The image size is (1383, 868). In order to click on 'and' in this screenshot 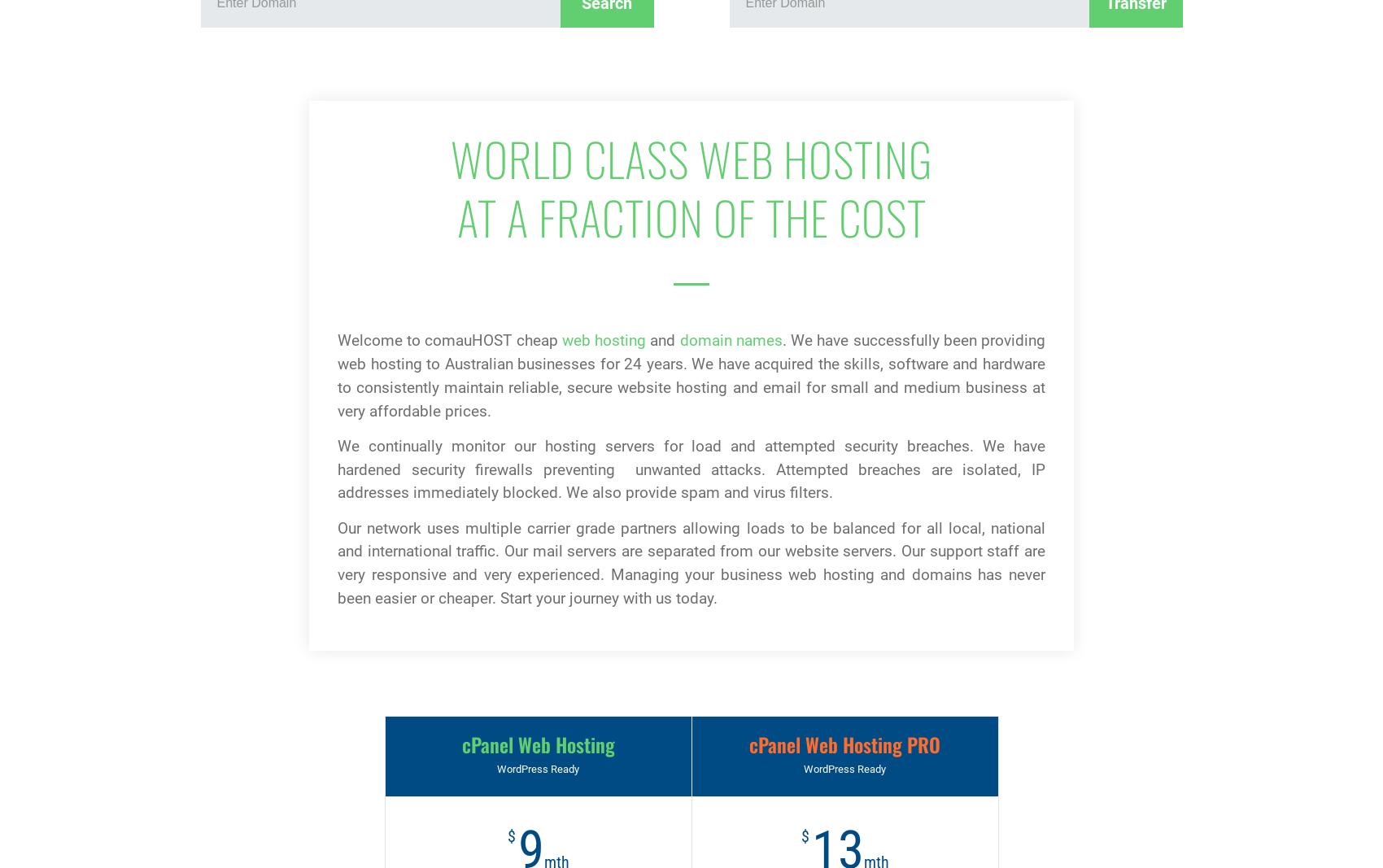, I will do `click(661, 339)`.